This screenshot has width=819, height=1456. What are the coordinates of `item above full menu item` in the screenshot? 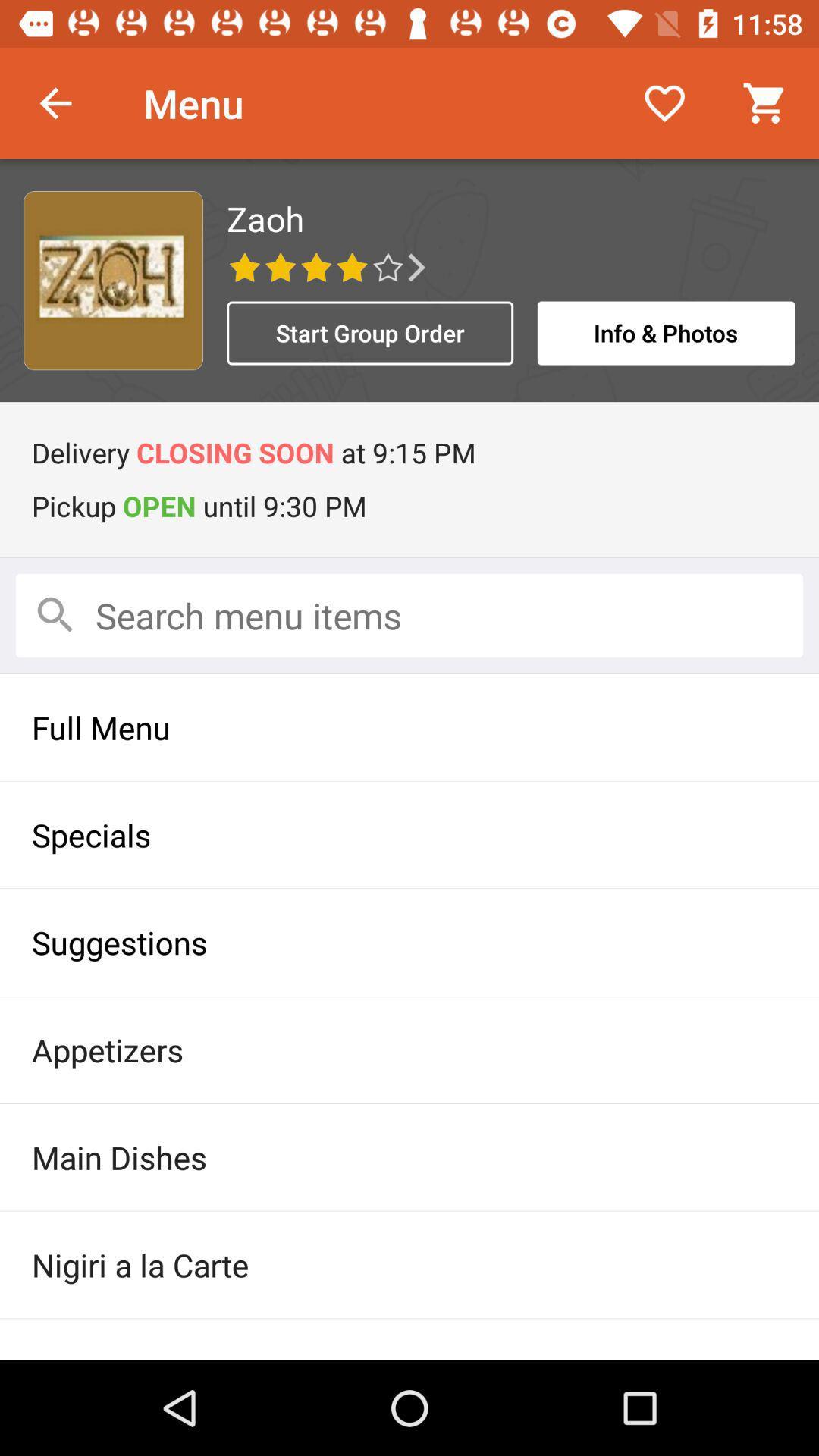 It's located at (409, 615).